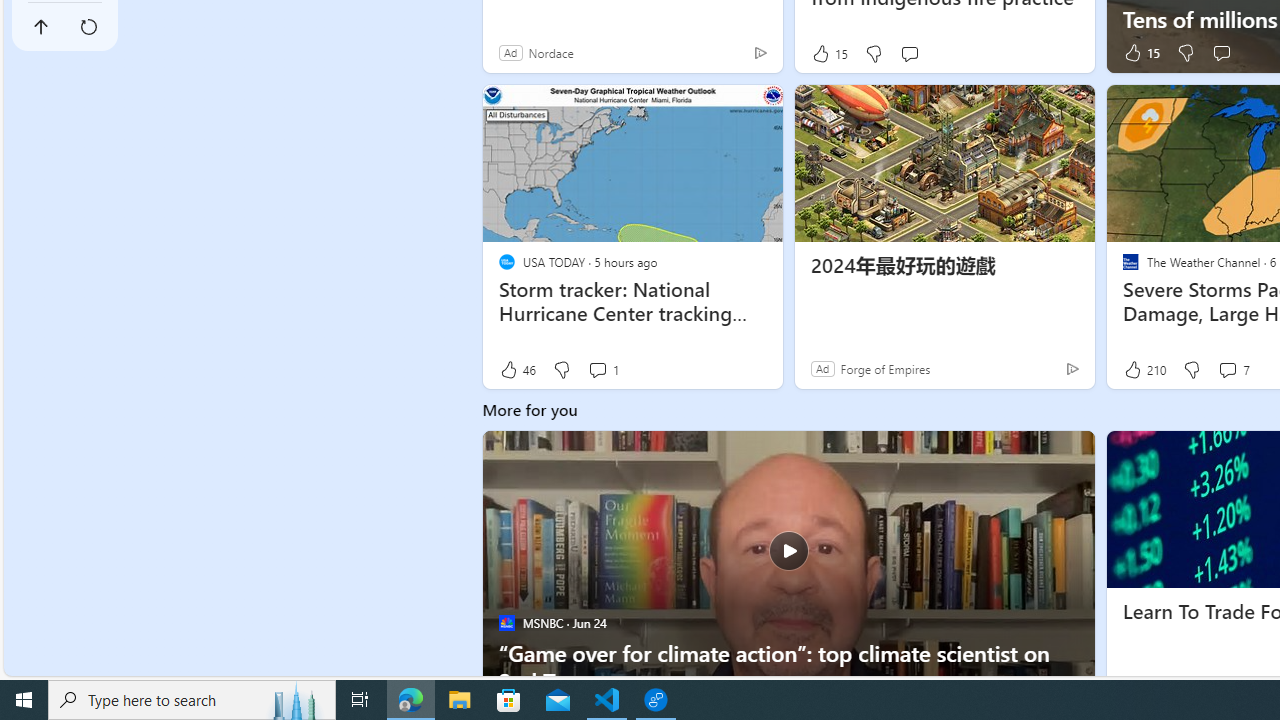 This screenshot has height=720, width=1280. What do you see at coordinates (884, 368) in the screenshot?
I see `'Forge of Empires'` at bounding box center [884, 368].